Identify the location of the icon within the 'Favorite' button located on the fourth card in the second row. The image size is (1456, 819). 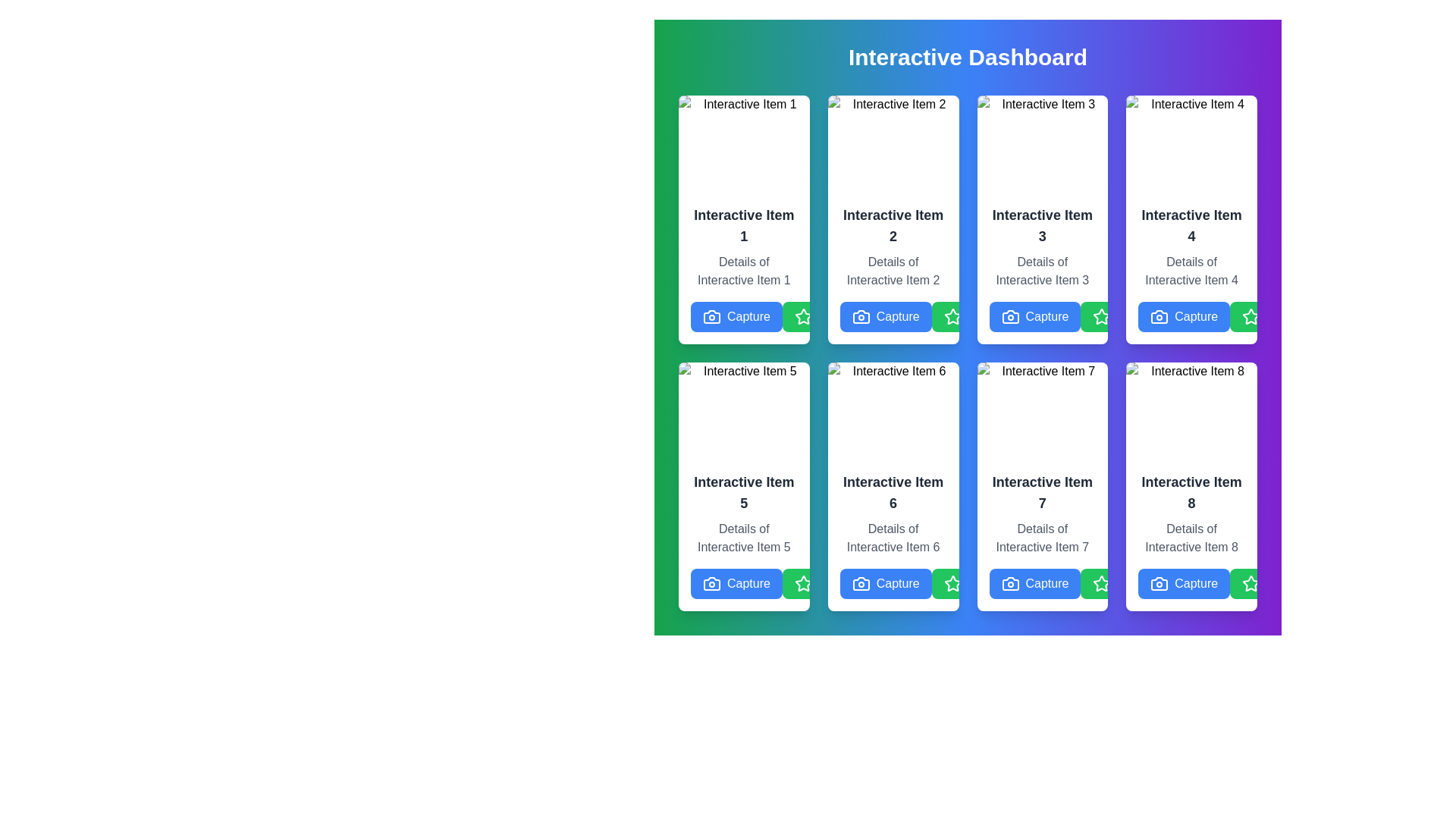
(1251, 315).